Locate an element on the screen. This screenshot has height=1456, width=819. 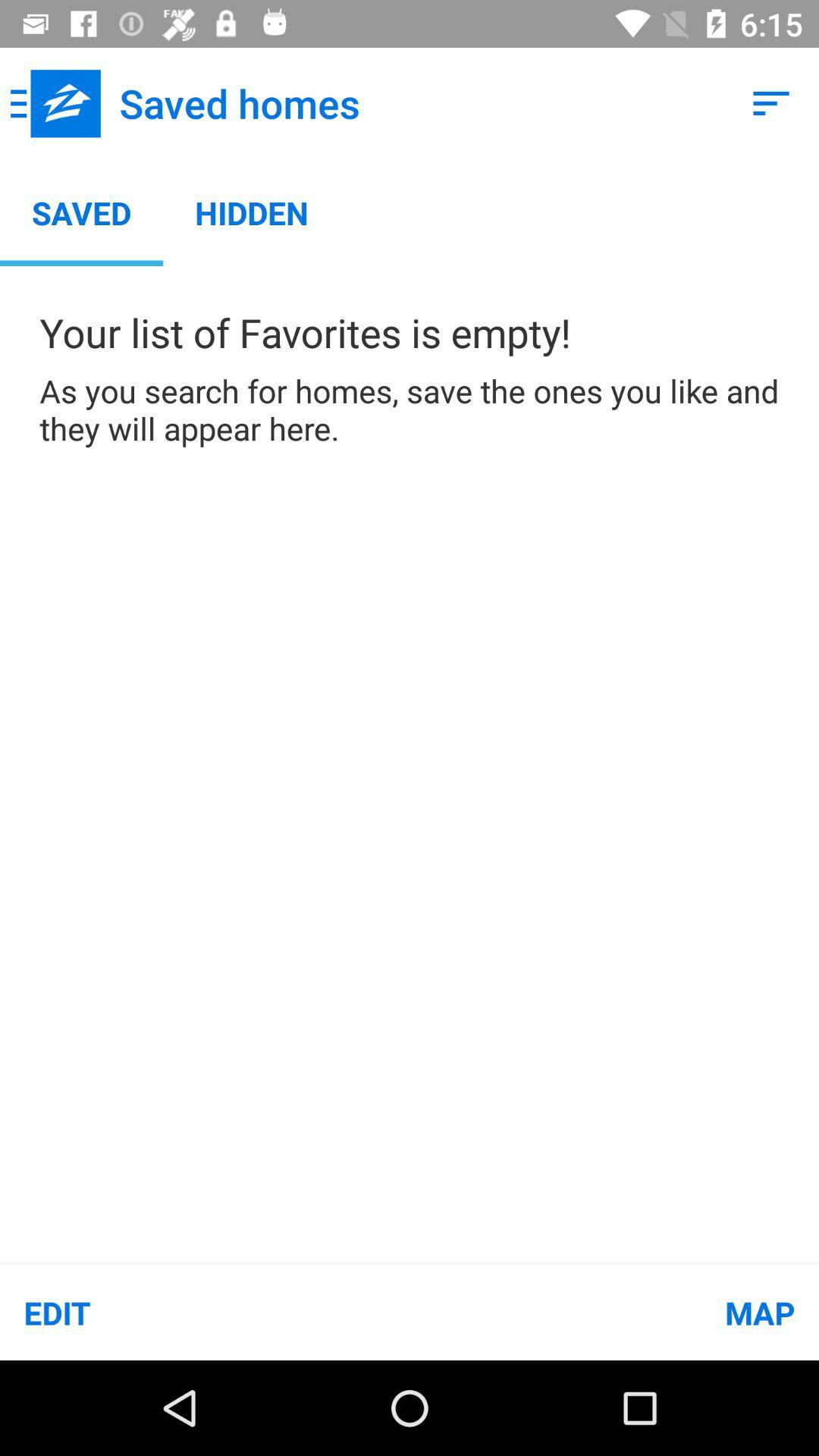
icon at the bottom right corner is located at coordinates (614, 1312).